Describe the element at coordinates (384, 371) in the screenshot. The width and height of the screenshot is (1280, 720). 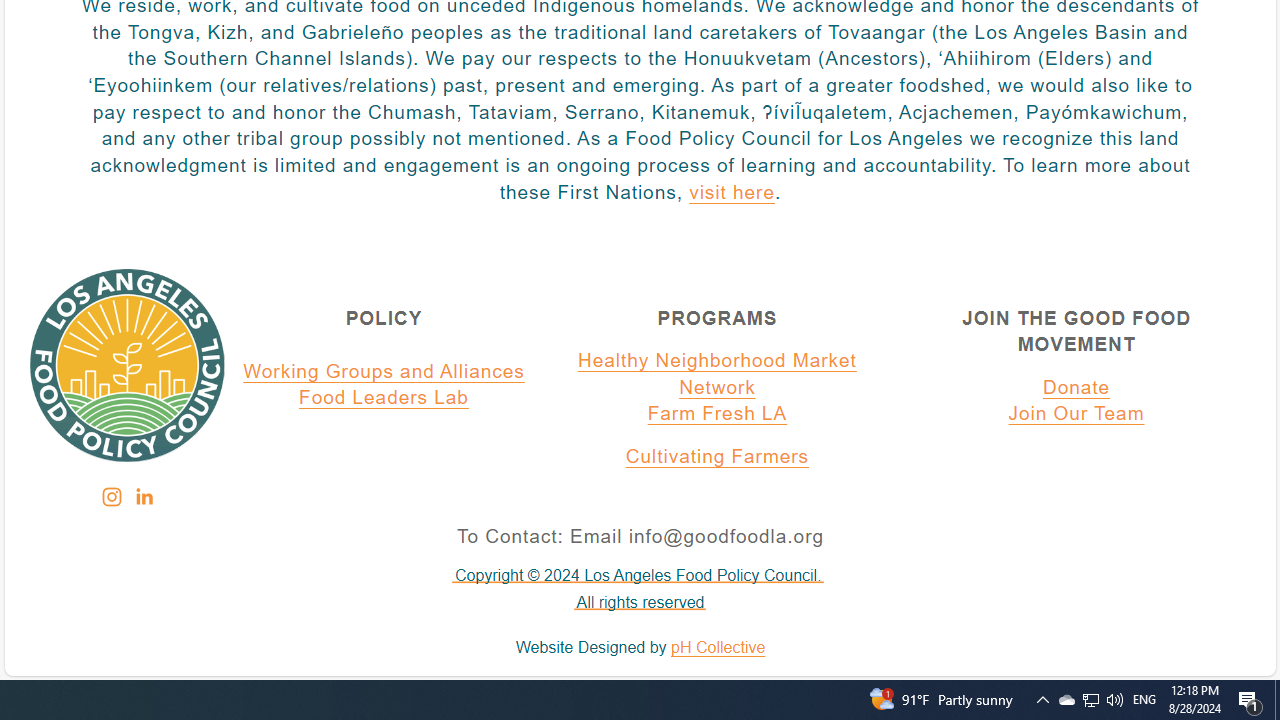
I see `'Working Groups and Alliances'` at that location.